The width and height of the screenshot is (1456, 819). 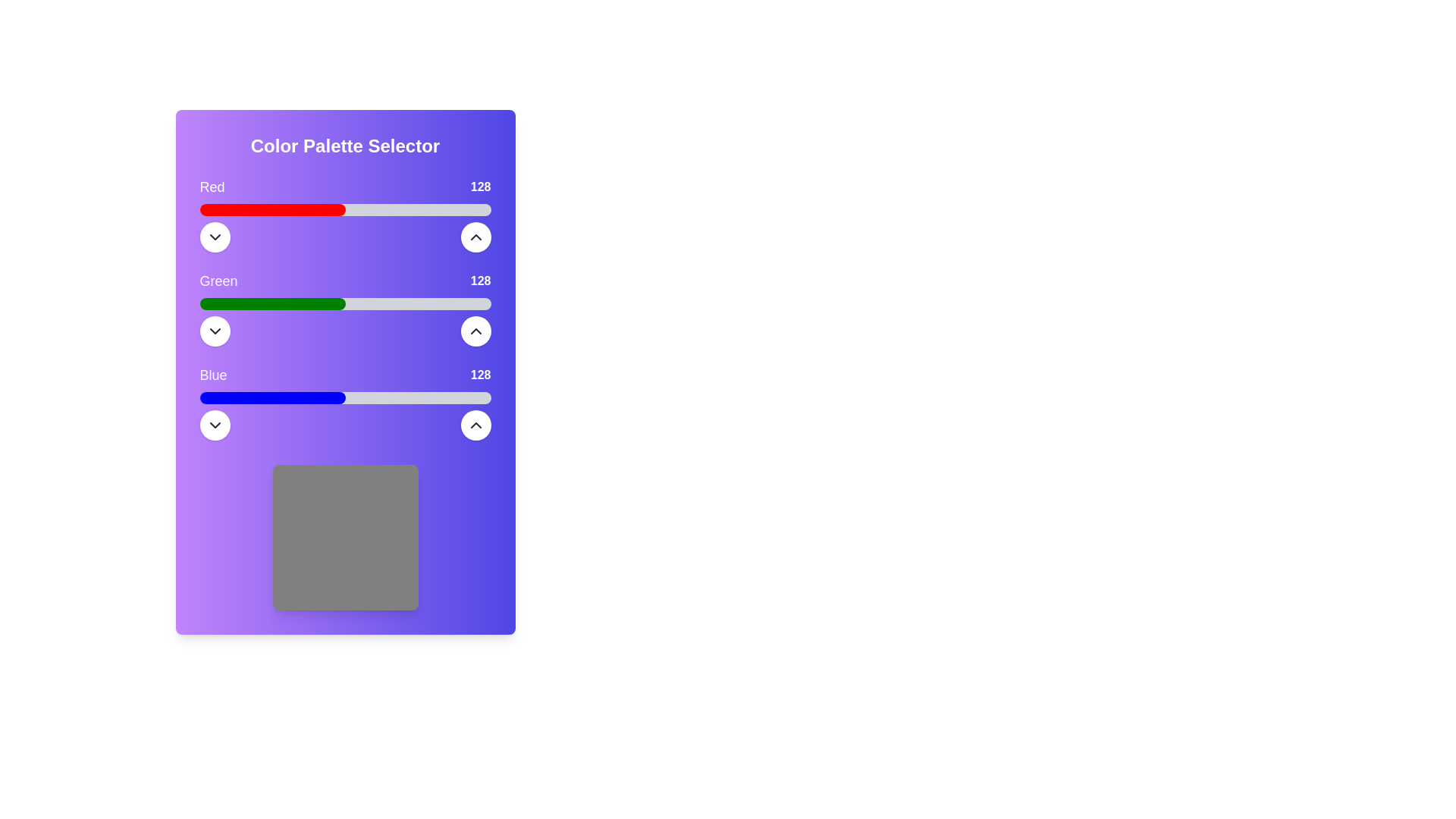 I want to click on the small, white circular button with a black upward-pointing chevron icon, located to the right of the 'Red' color slider, to increase the associated value, so click(x=475, y=237).